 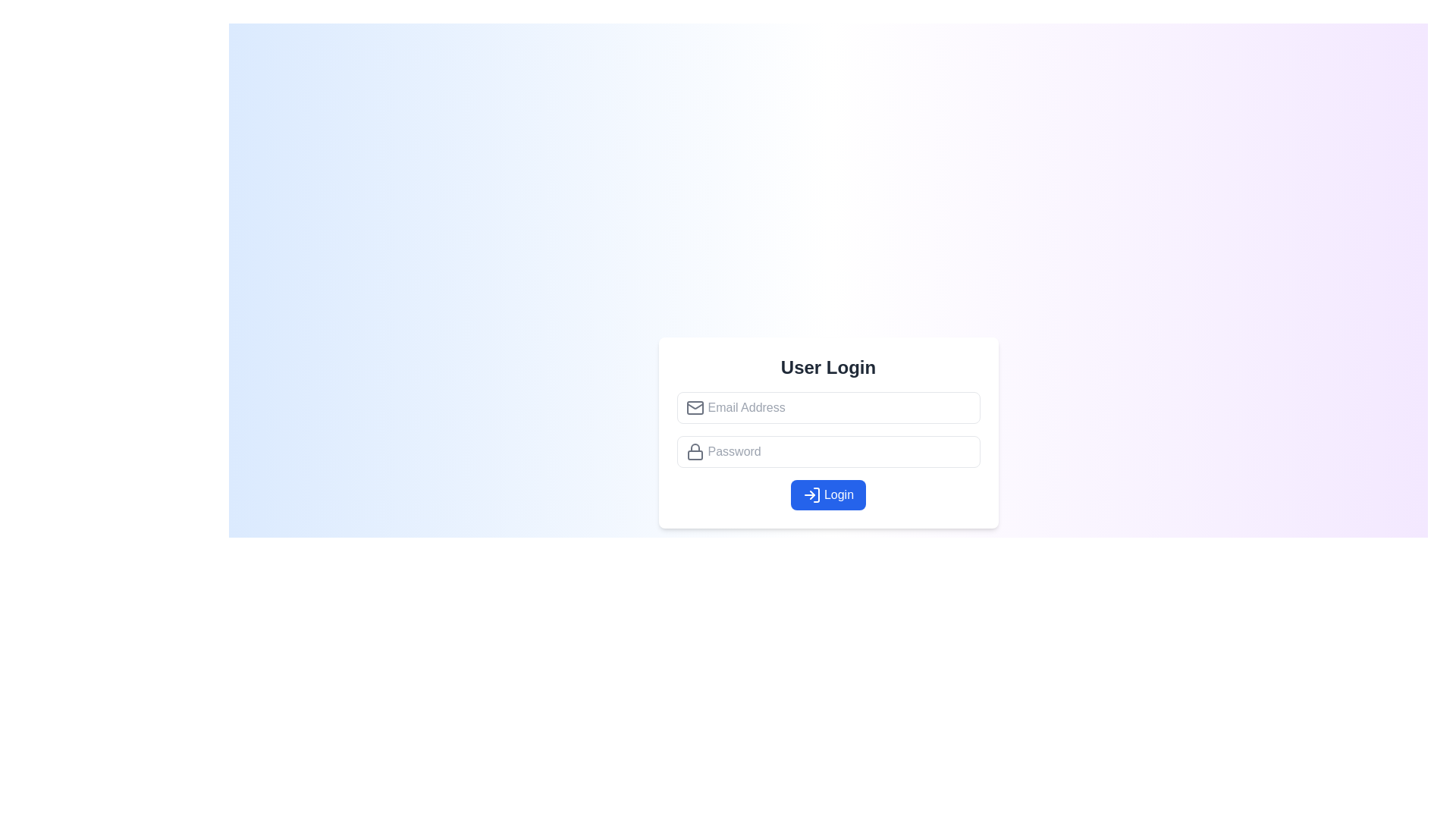 What do you see at coordinates (811, 494) in the screenshot?
I see `the SVG icon button located to the left of the 'Login' text within the blue 'Login' button to trigger the hover effect` at bounding box center [811, 494].